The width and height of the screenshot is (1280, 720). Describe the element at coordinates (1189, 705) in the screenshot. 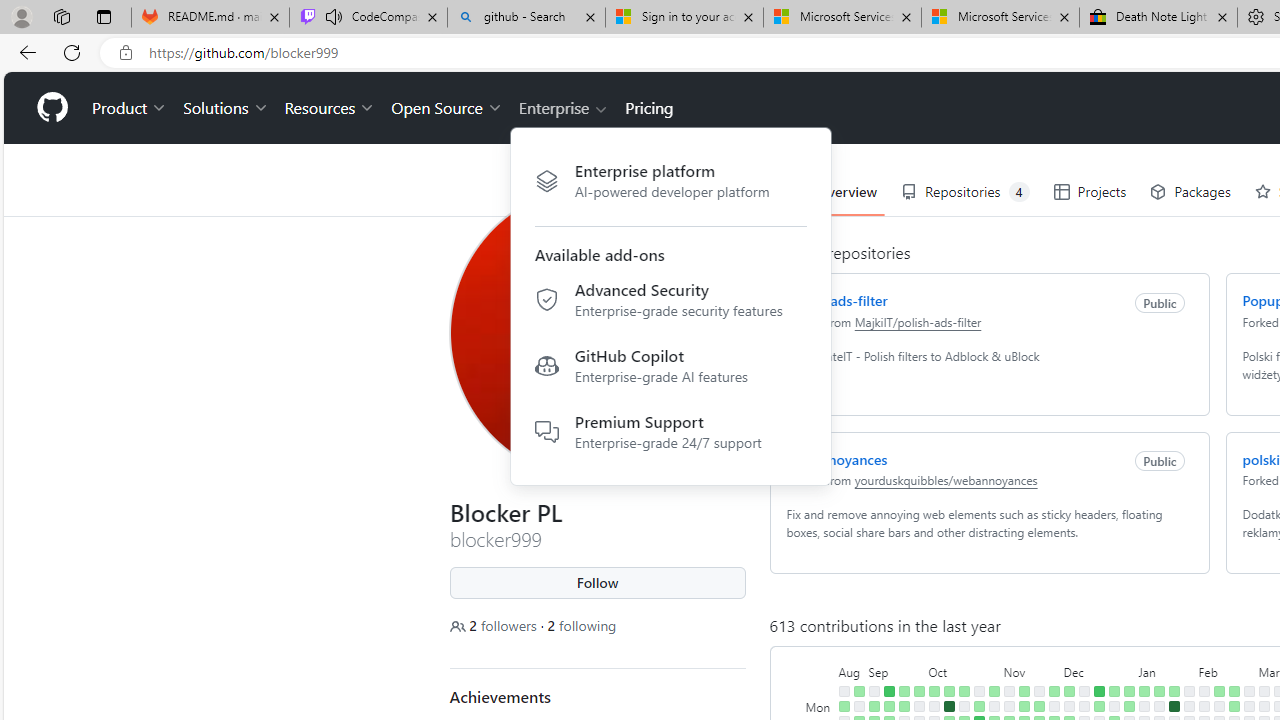

I see `'No contributions on January 29th.'` at that location.